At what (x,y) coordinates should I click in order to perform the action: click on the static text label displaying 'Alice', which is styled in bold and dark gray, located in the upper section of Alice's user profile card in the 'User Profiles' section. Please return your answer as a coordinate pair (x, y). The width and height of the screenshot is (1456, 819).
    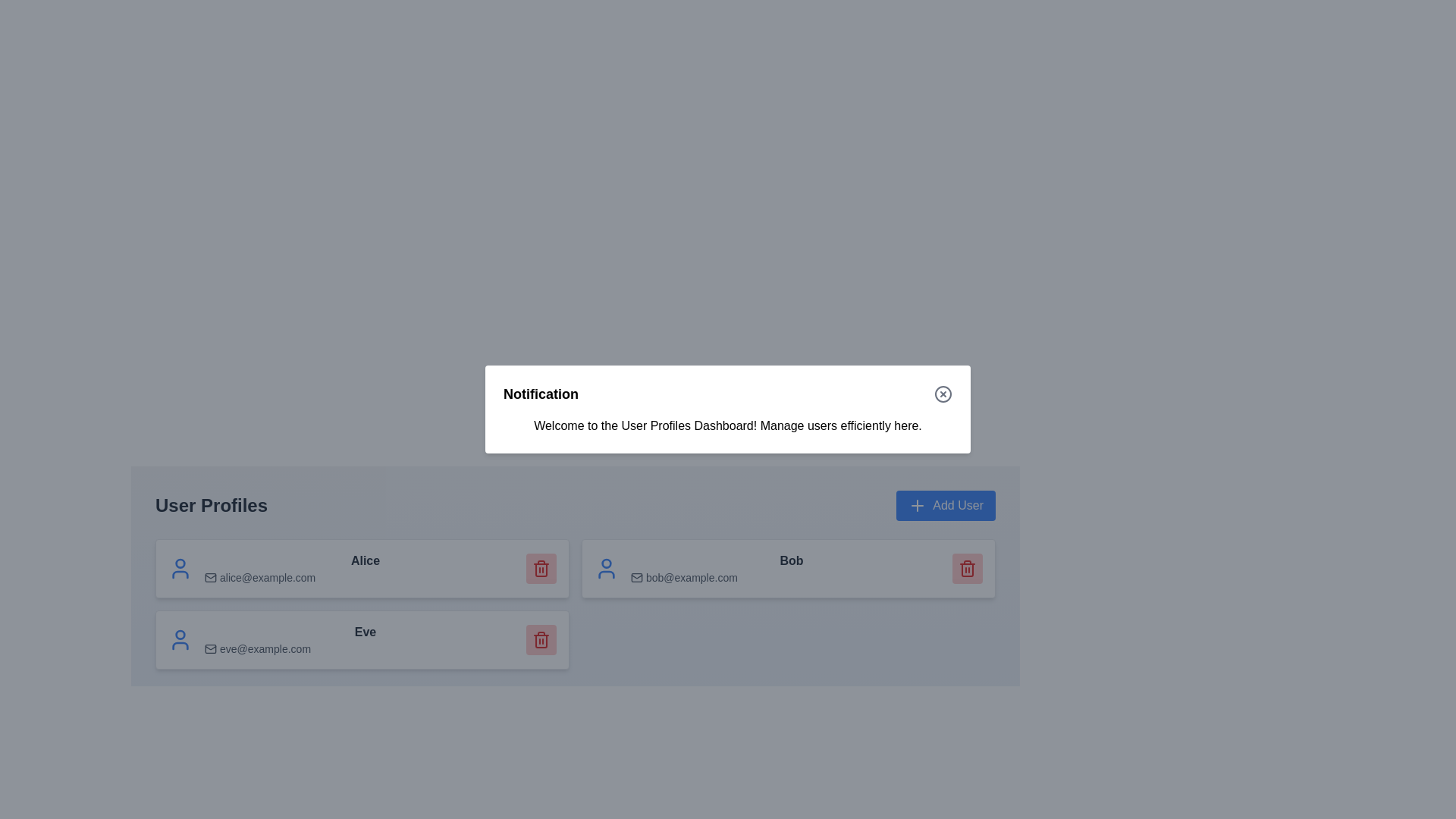
    Looking at the image, I should click on (365, 561).